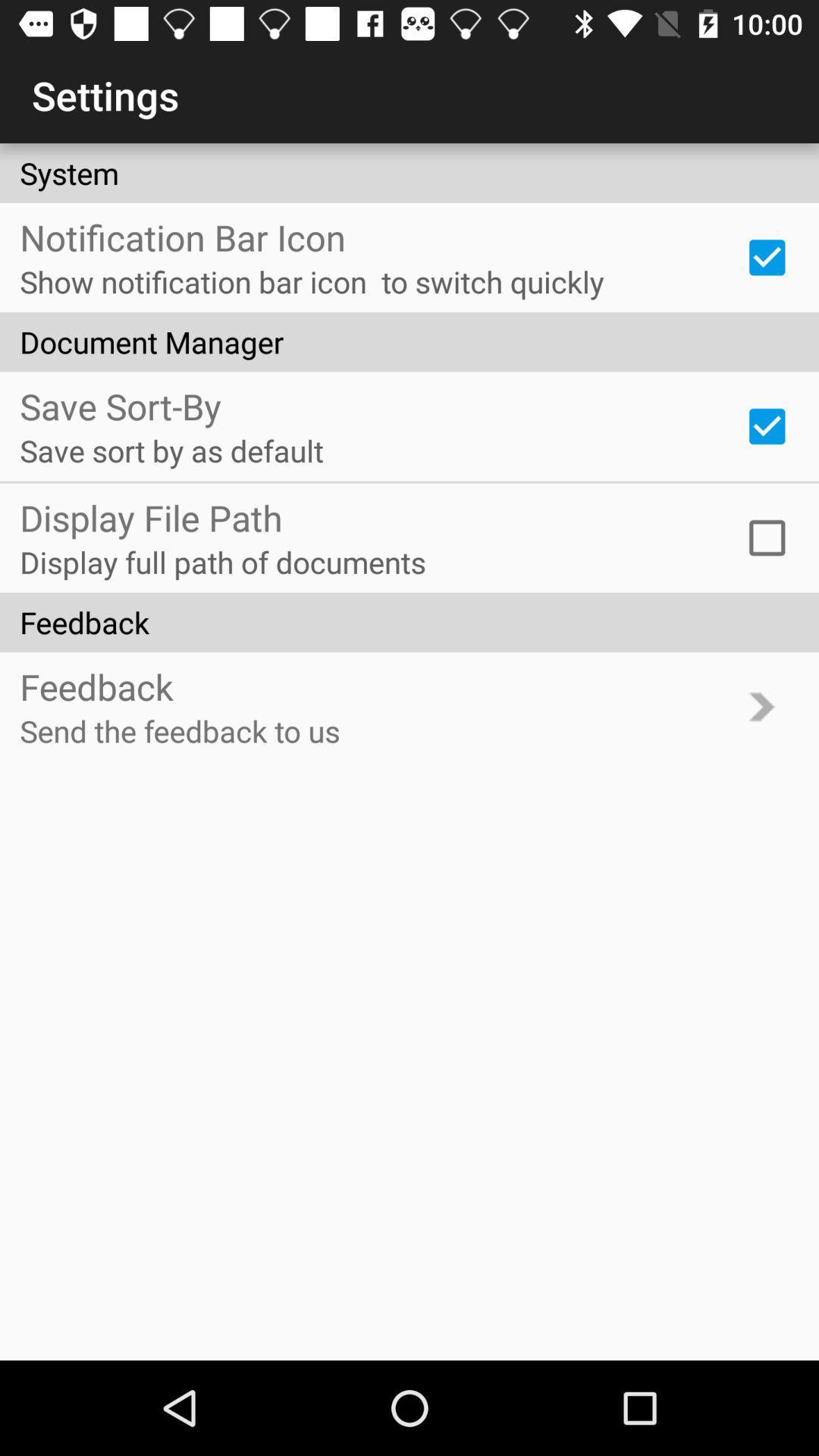 This screenshot has width=819, height=1456. Describe the element at coordinates (767, 538) in the screenshot. I see `icon to the right of the display full path item` at that location.